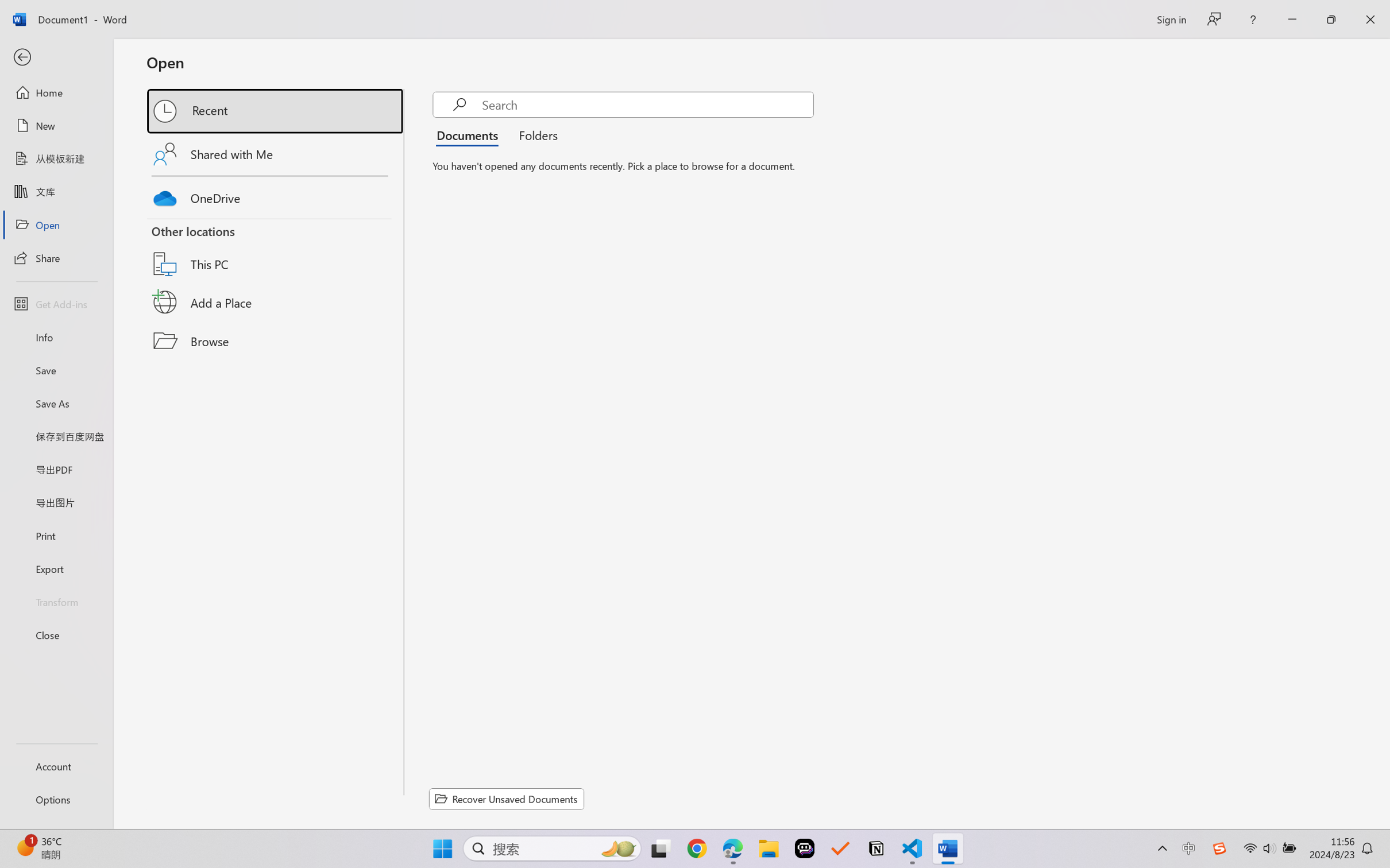 The height and width of the screenshot is (868, 1390). What do you see at coordinates (470, 134) in the screenshot?
I see `'Documents'` at bounding box center [470, 134].